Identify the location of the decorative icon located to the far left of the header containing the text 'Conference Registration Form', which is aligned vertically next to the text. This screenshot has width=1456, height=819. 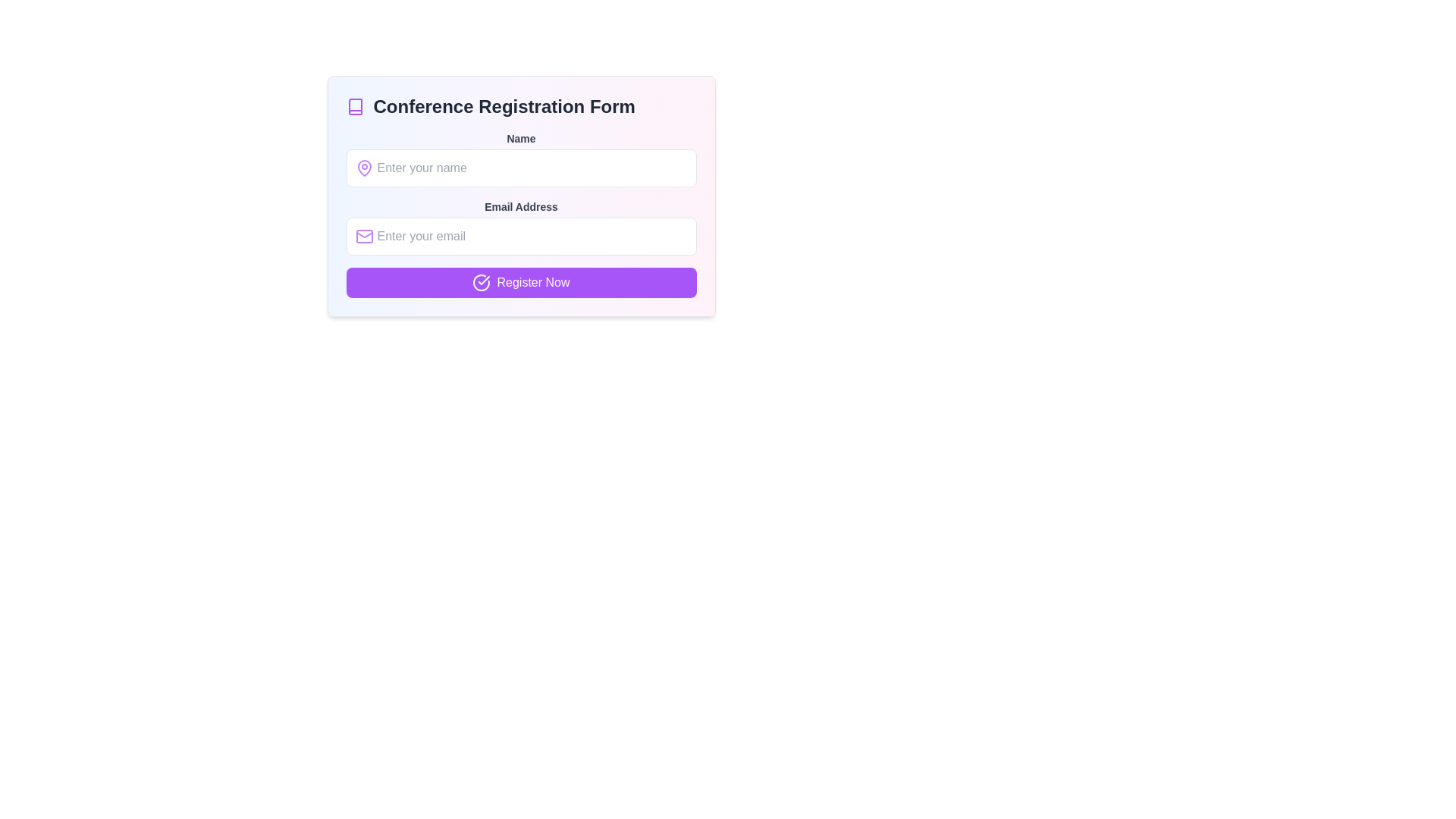
(354, 106).